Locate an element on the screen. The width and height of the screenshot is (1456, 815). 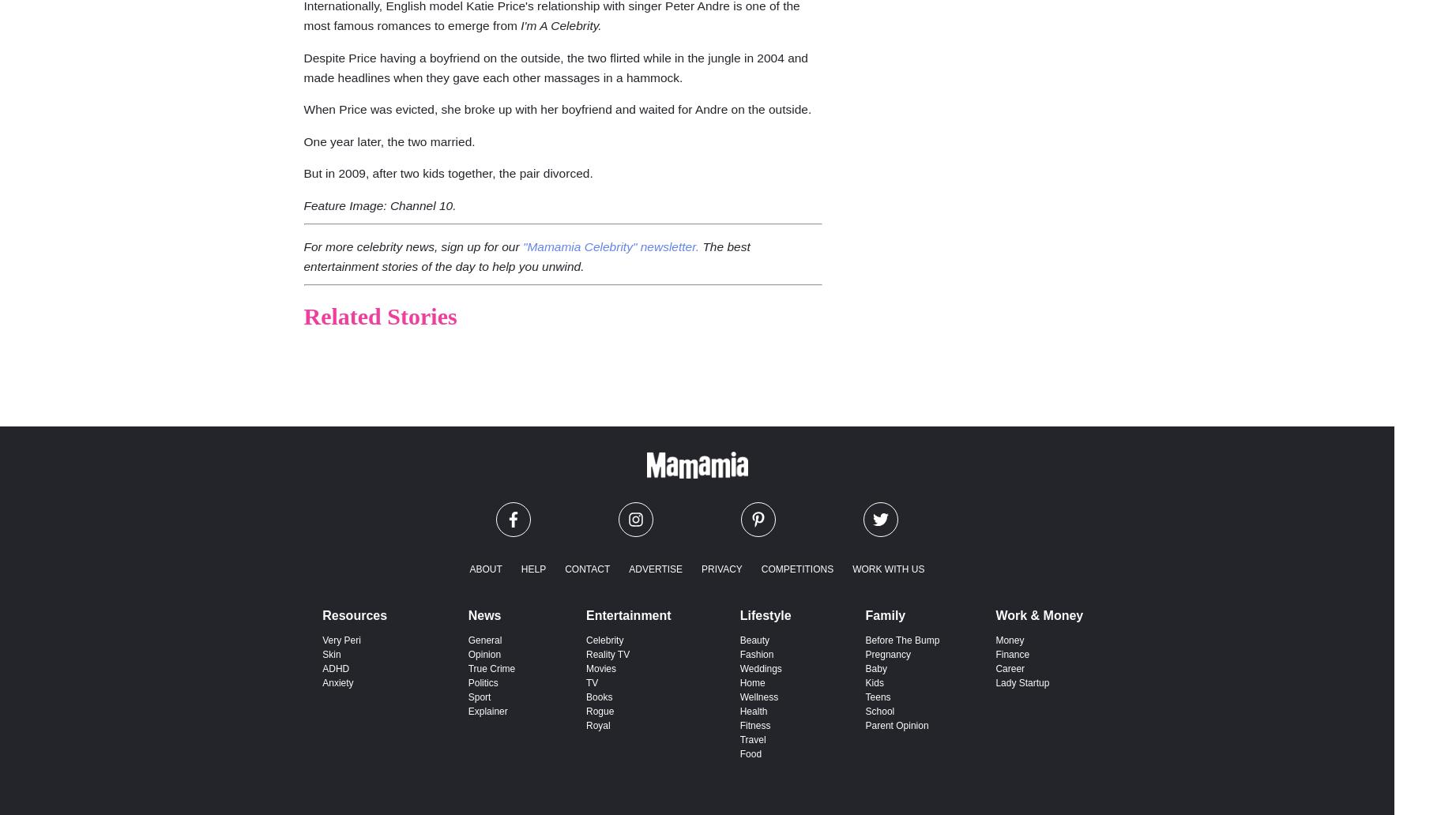
'True Crime' is located at coordinates (491, 668).